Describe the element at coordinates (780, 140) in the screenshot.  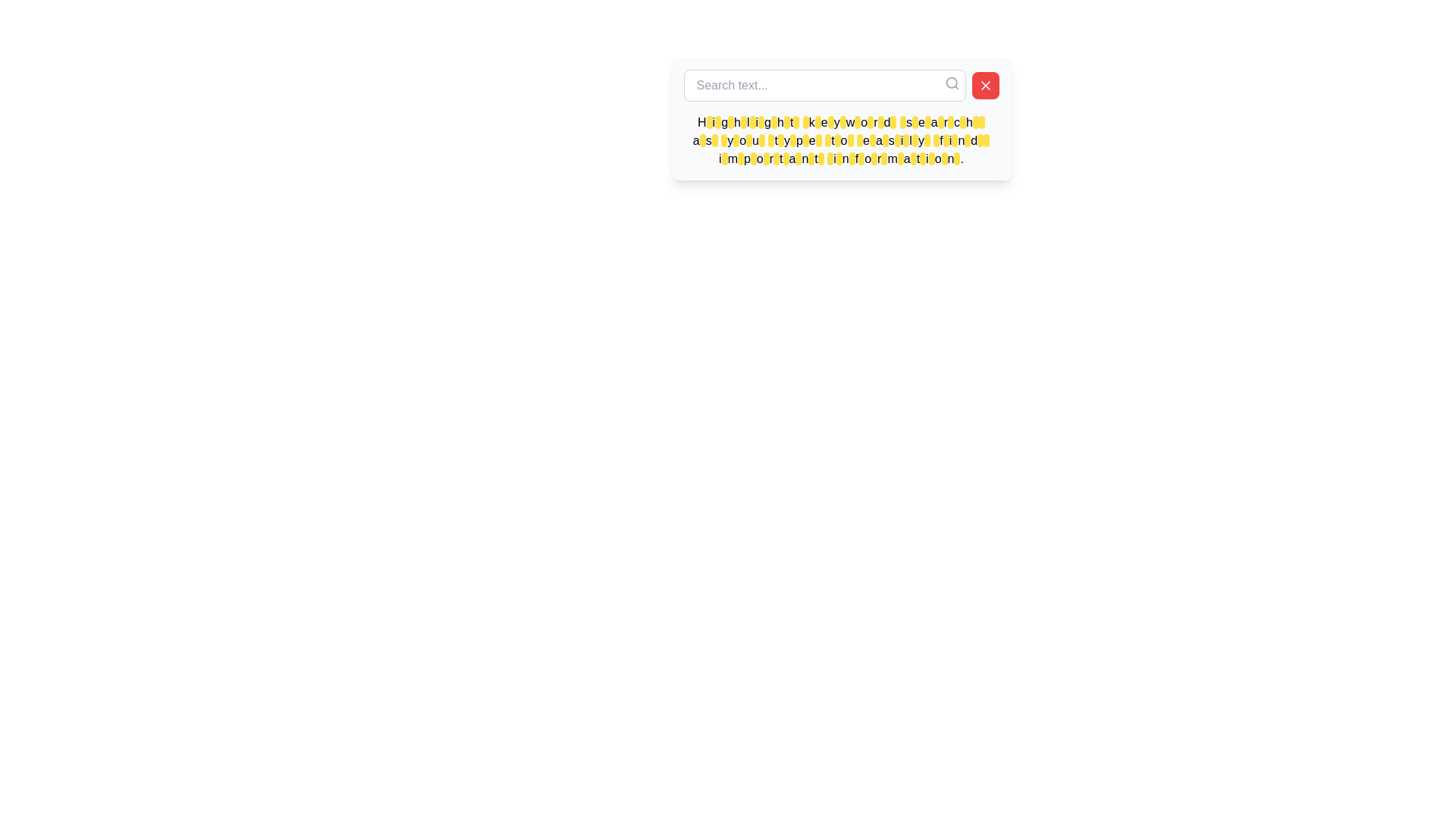
I see `the Decorative Highlight element, which is a small rounded rectangle with a yellow background and black text, located at the center of the bottom row of highlighted segments in a tooltip` at that location.